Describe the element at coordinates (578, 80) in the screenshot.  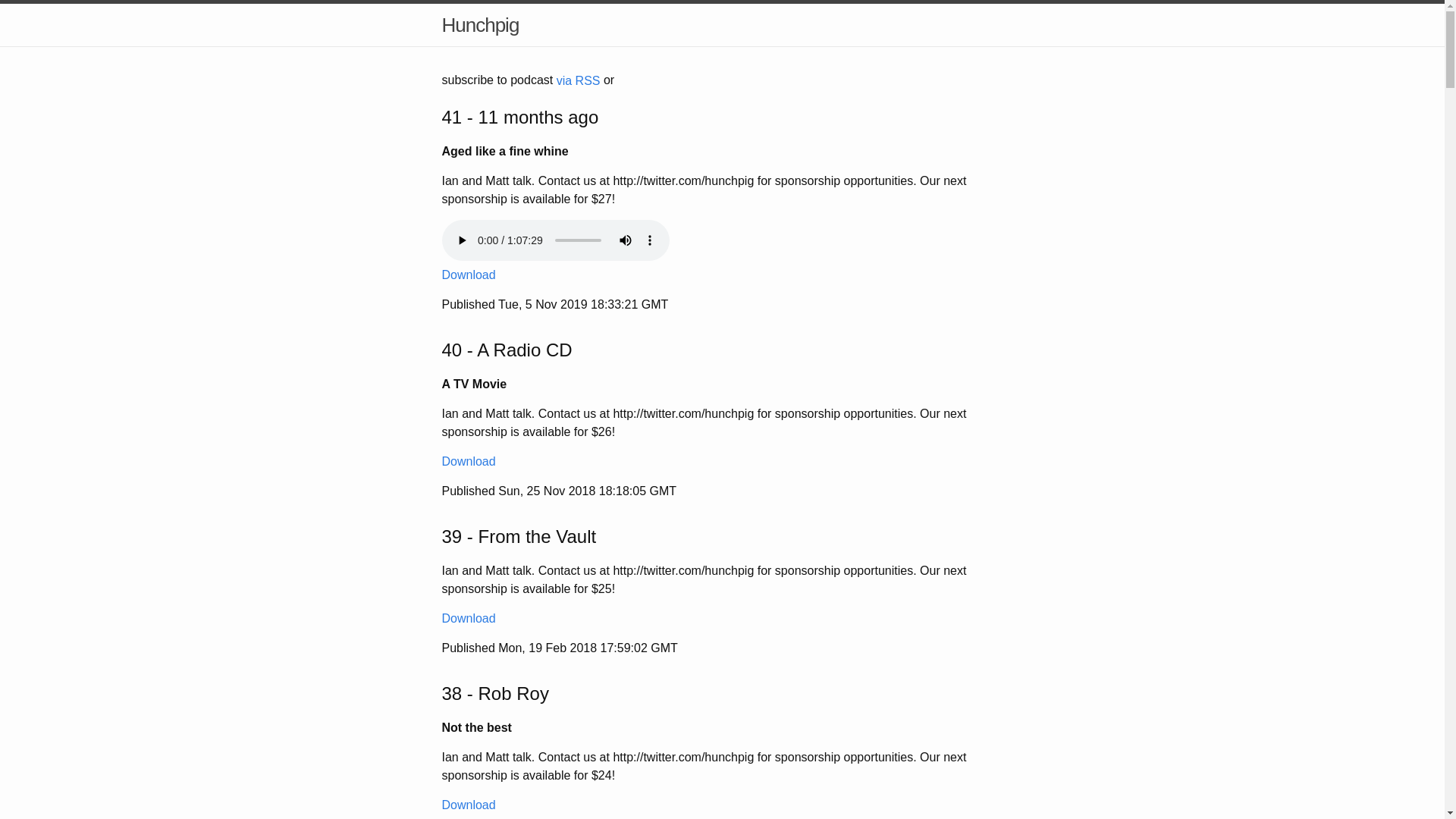
I see `'via RSS'` at that location.